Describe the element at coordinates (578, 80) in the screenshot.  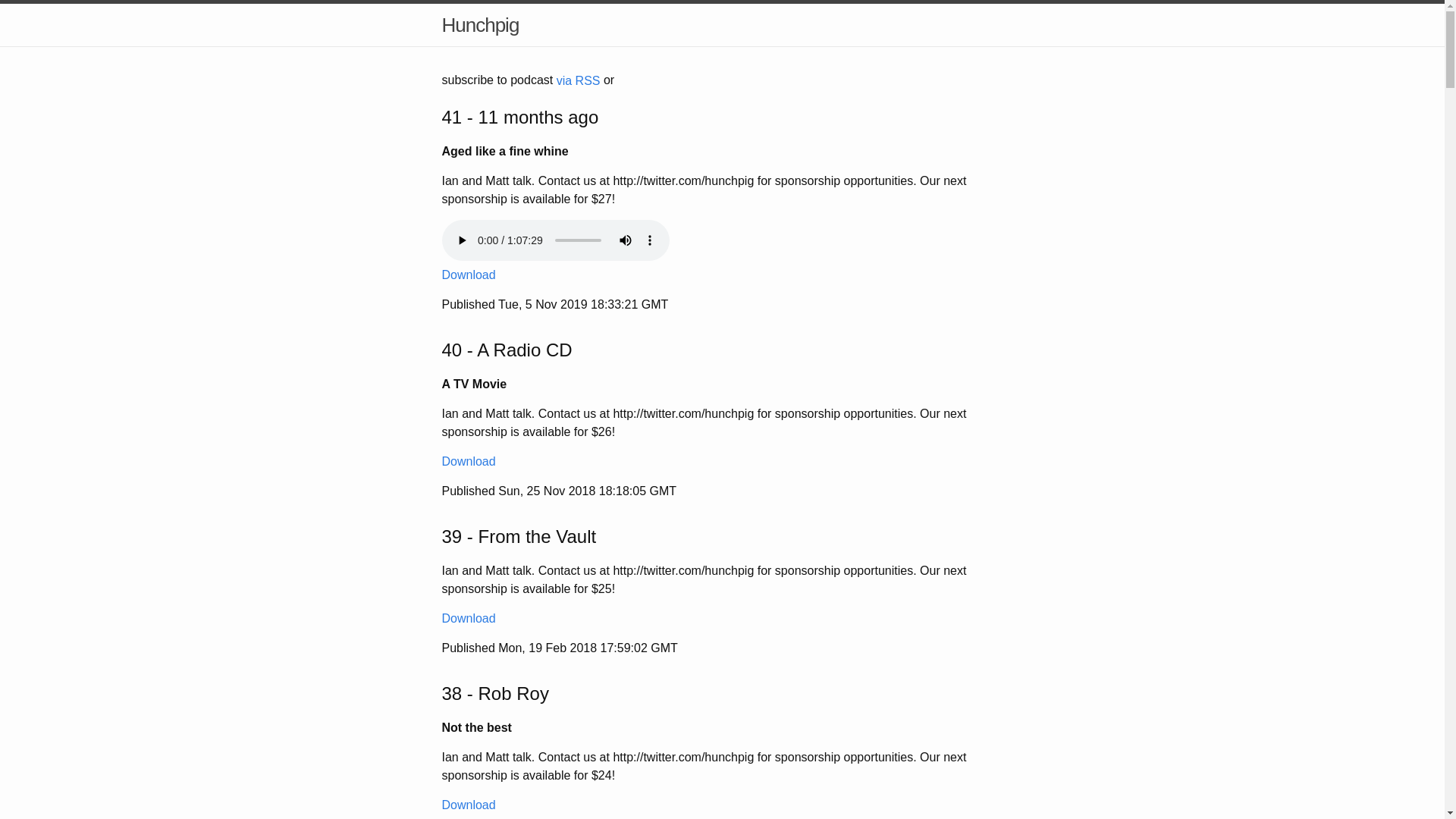
I see `'via RSS'` at that location.